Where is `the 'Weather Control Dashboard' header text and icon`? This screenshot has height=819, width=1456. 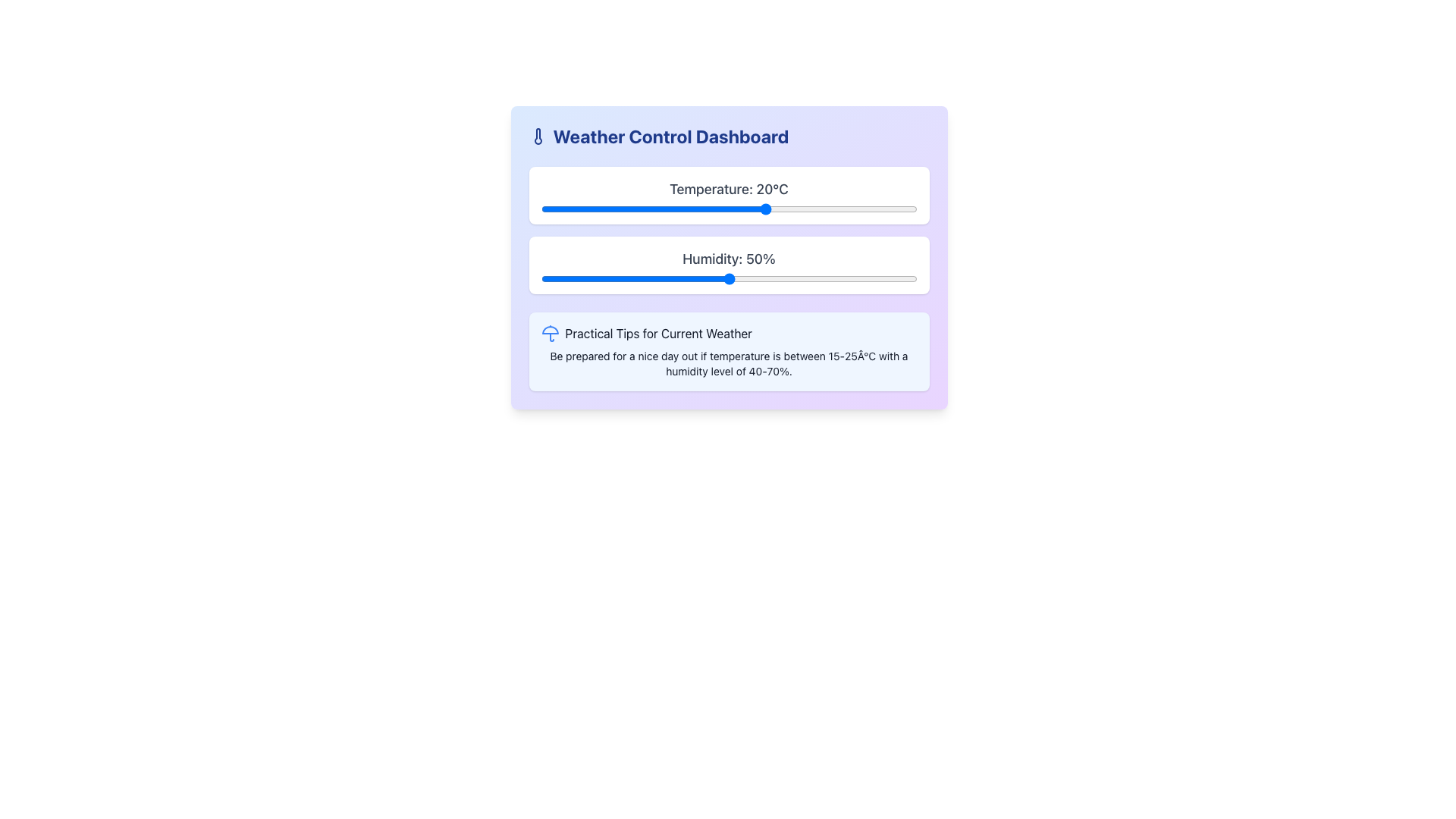 the 'Weather Control Dashboard' header text and icon is located at coordinates (729, 136).